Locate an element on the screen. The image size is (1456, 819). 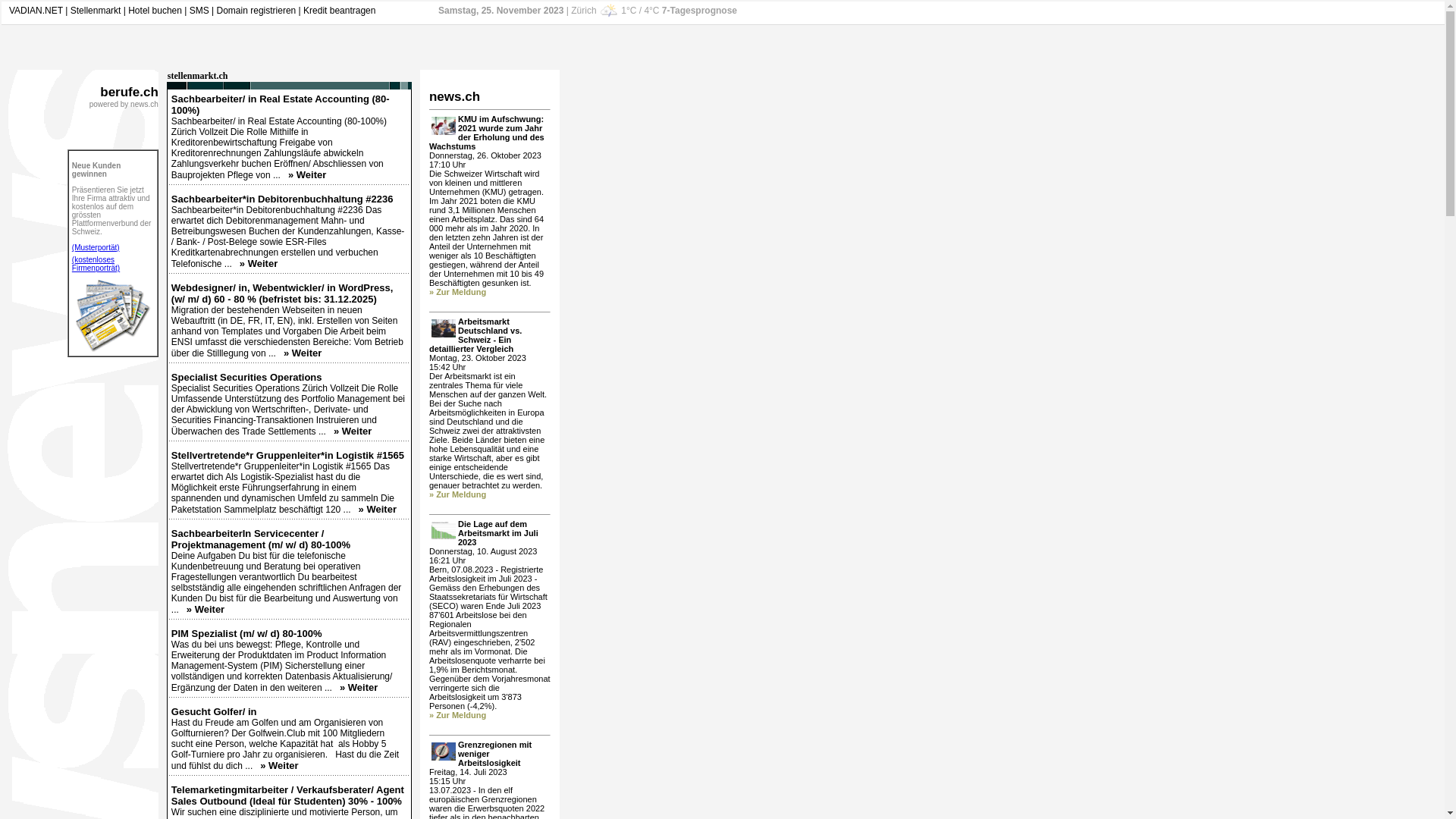
'Gesucht Golfer/ in' is located at coordinates (213, 711).